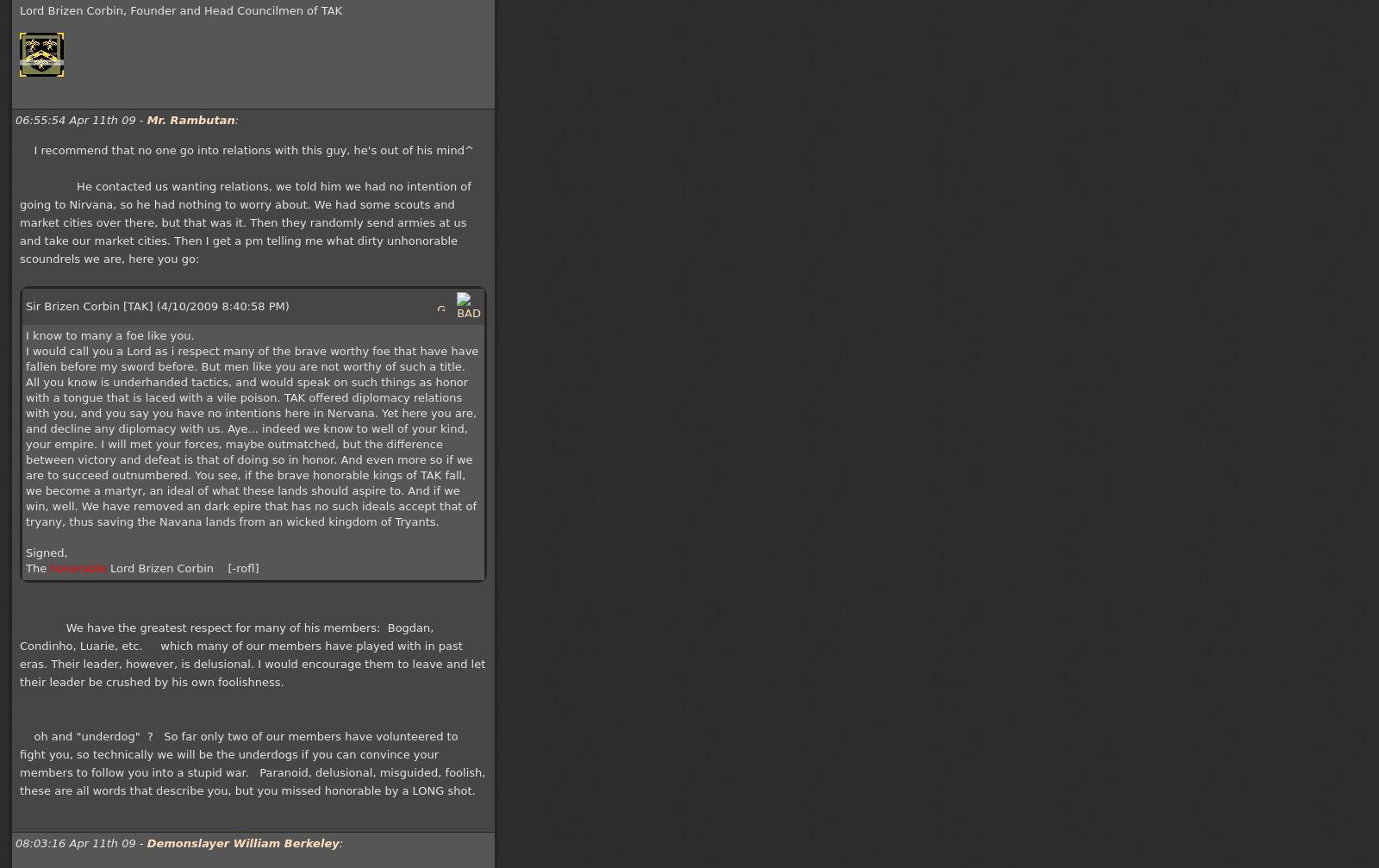 The width and height of the screenshot is (1379, 868). I want to click on 'Lord Brizen Corbin, Founder and Head Councilmen of TAK', so click(19, 10).